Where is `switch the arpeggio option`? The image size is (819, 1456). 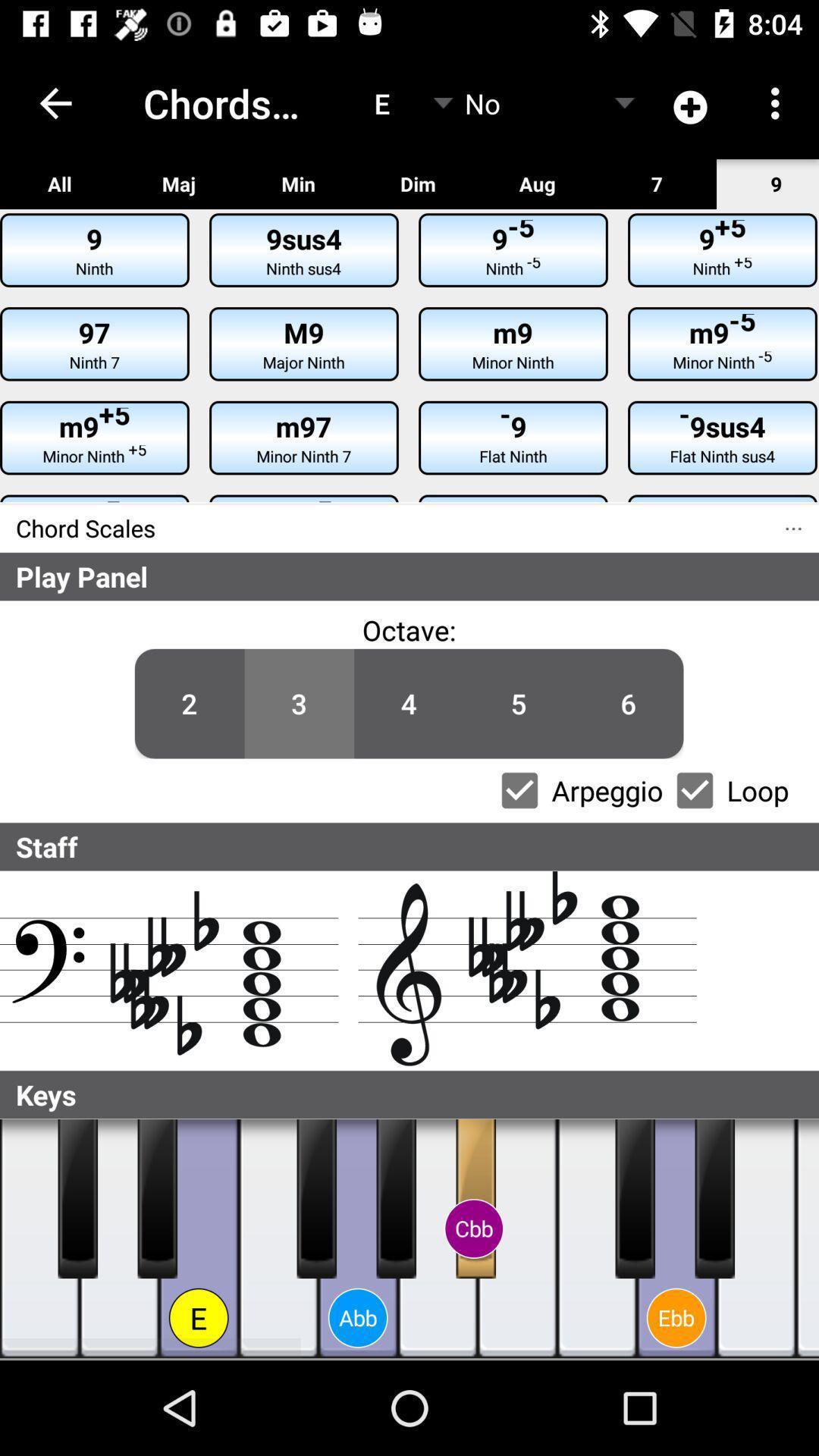
switch the arpeggio option is located at coordinates (519, 789).